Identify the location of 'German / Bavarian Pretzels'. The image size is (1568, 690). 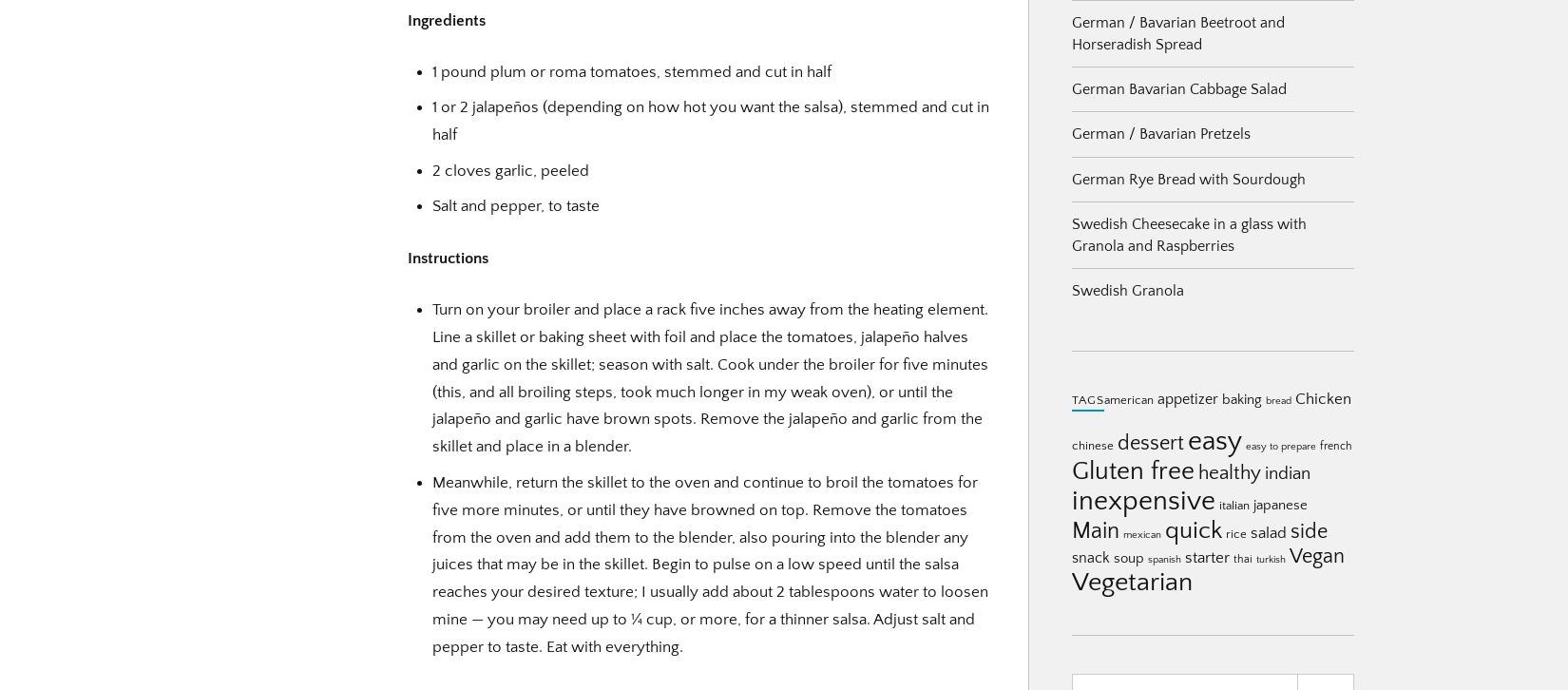
(1160, 133).